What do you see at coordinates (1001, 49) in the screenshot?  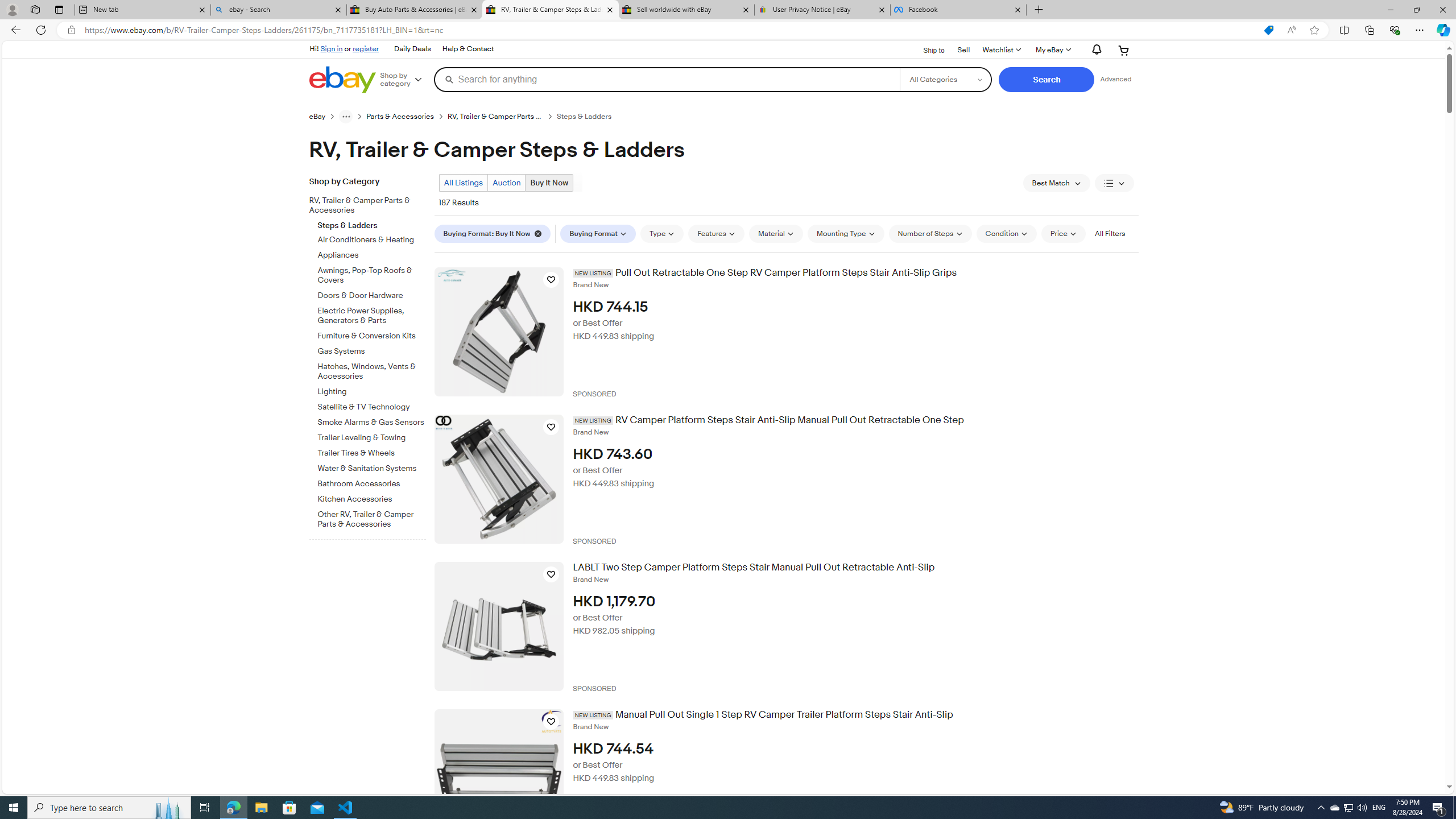 I see `'Watchlist'` at bounding box center [1001, 49].